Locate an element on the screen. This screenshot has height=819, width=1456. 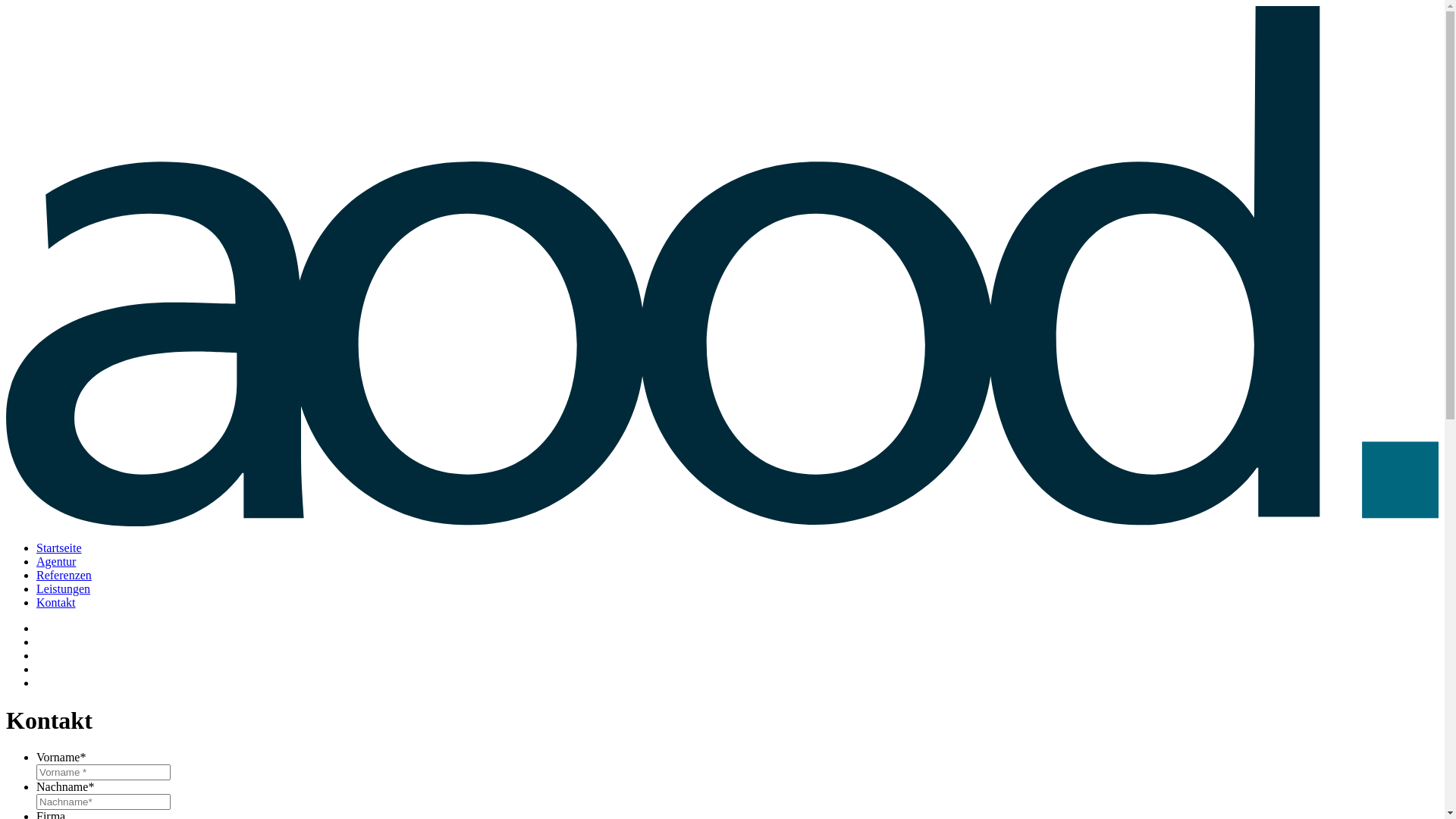
'Kontakt' is located at coordinates (55, 601).